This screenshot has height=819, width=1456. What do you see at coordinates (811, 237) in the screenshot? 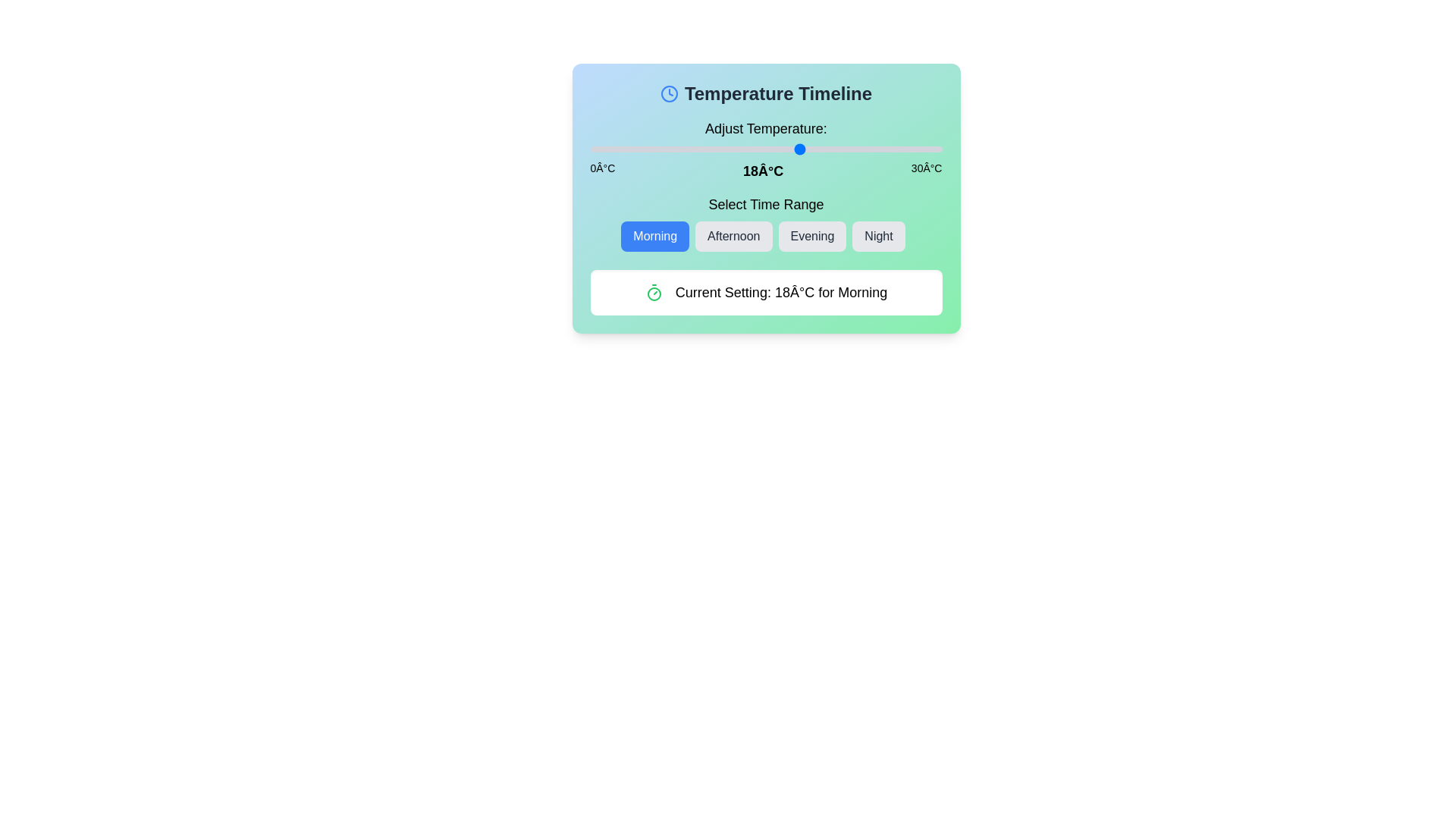
I see `the 'Evening' button to select the corresponding time range` at bounding box center [811, 237].